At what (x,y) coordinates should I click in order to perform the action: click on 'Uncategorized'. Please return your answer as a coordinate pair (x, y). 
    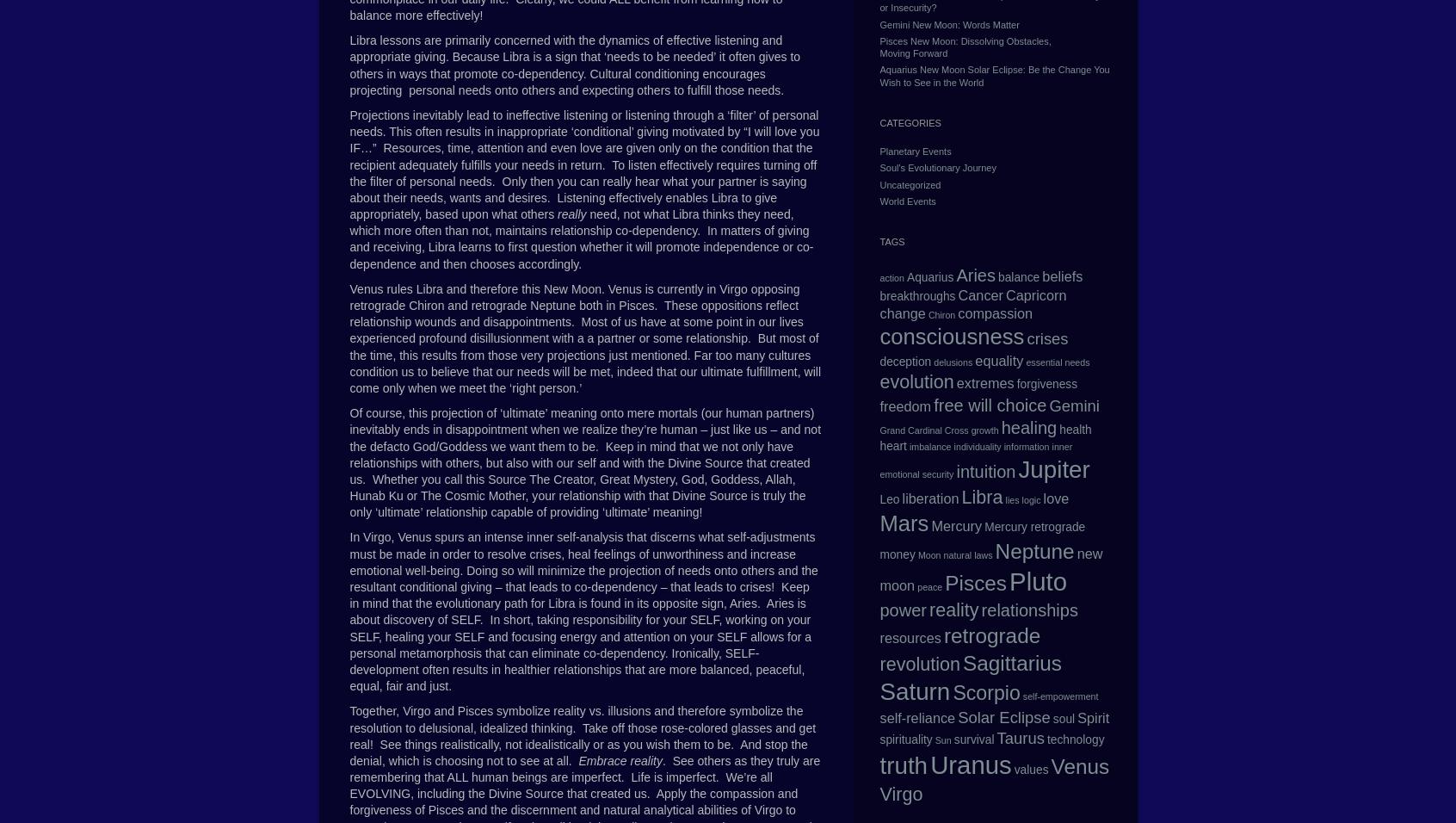
    Looking at the image, I should click on (909, 183).